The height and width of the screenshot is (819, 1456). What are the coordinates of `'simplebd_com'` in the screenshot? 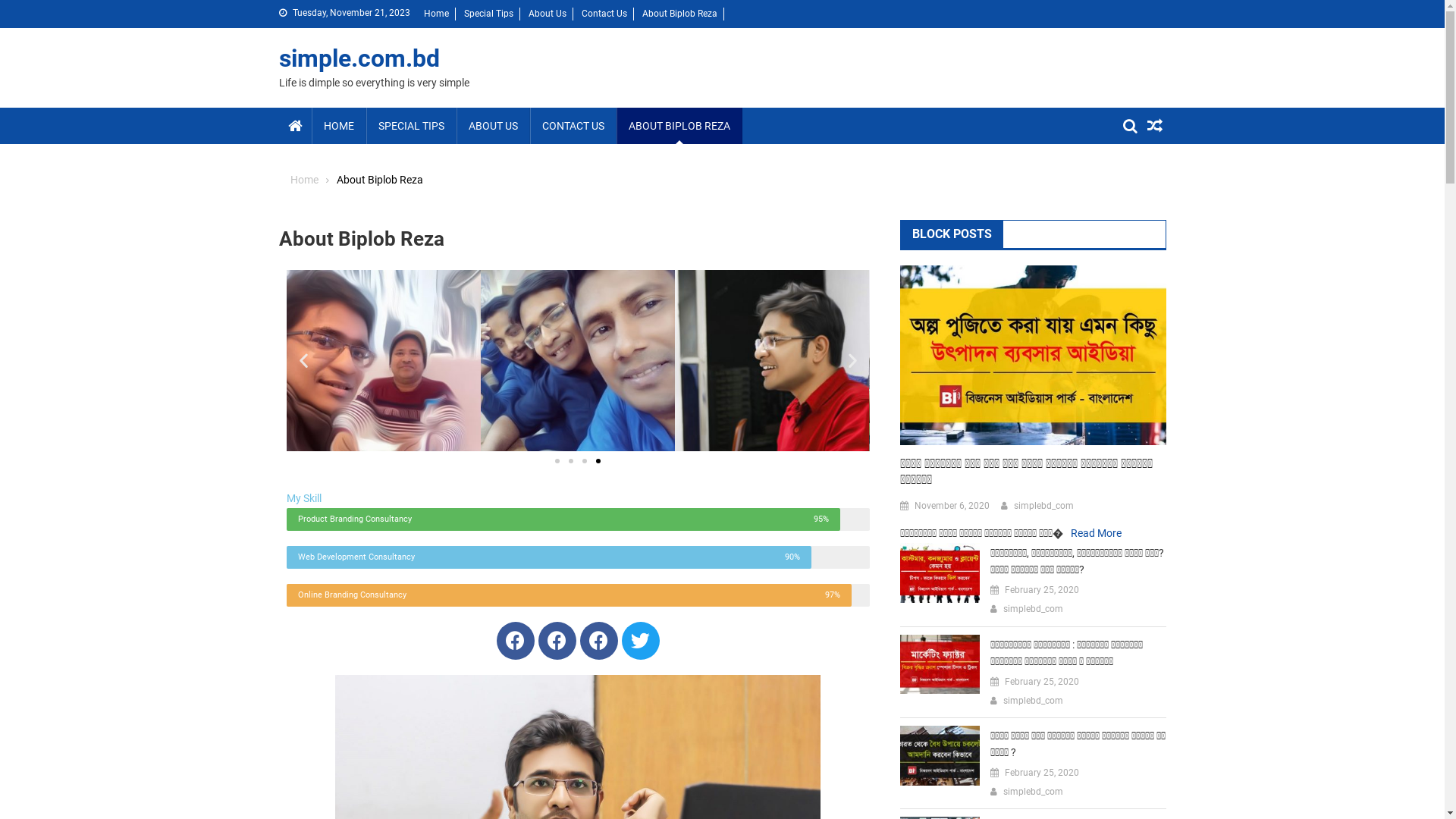 It's located at (1032, 608).